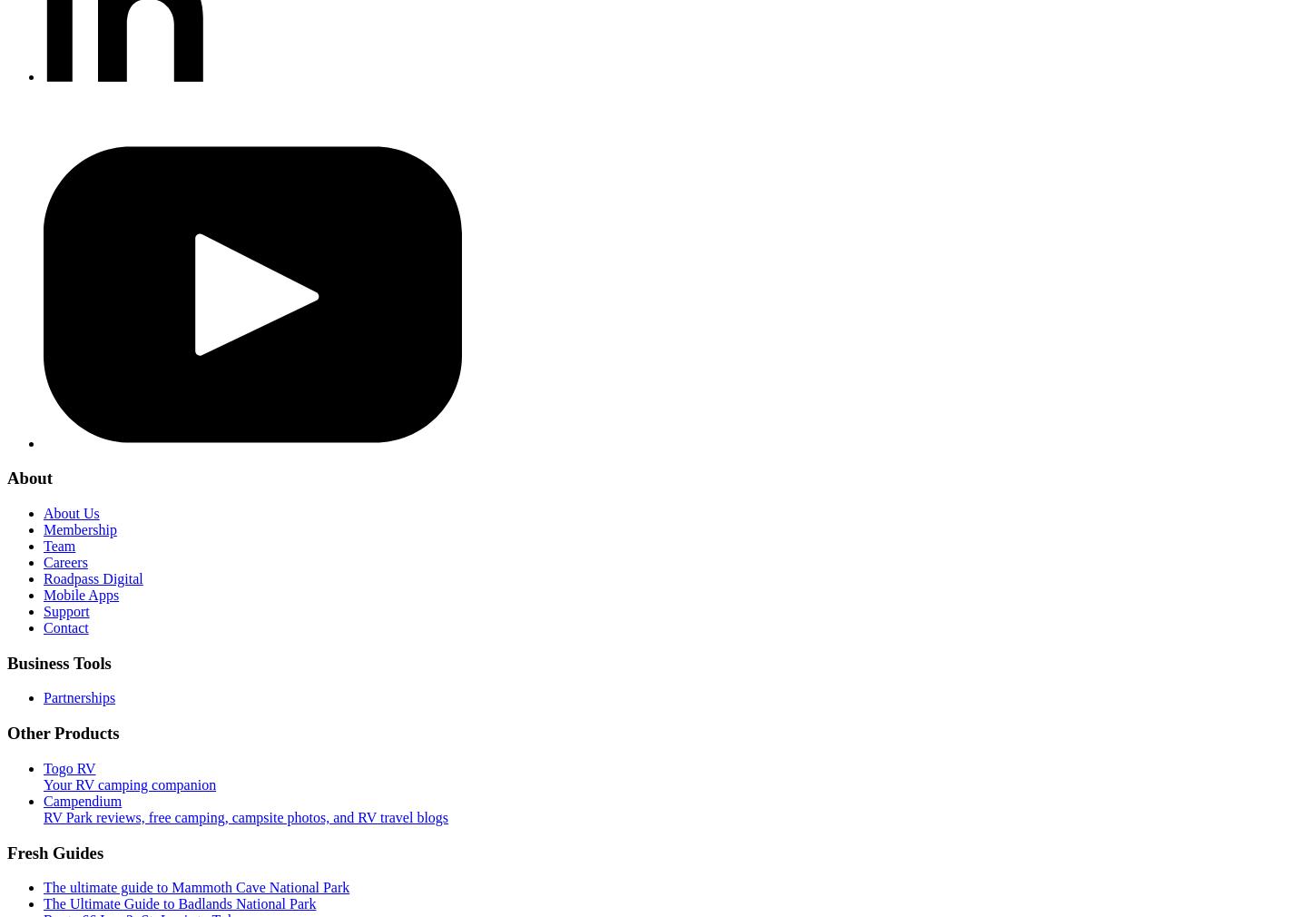  Describe the element at coordinates (58, 661) in the screenshot. I see `'Business Tools'` at that location.